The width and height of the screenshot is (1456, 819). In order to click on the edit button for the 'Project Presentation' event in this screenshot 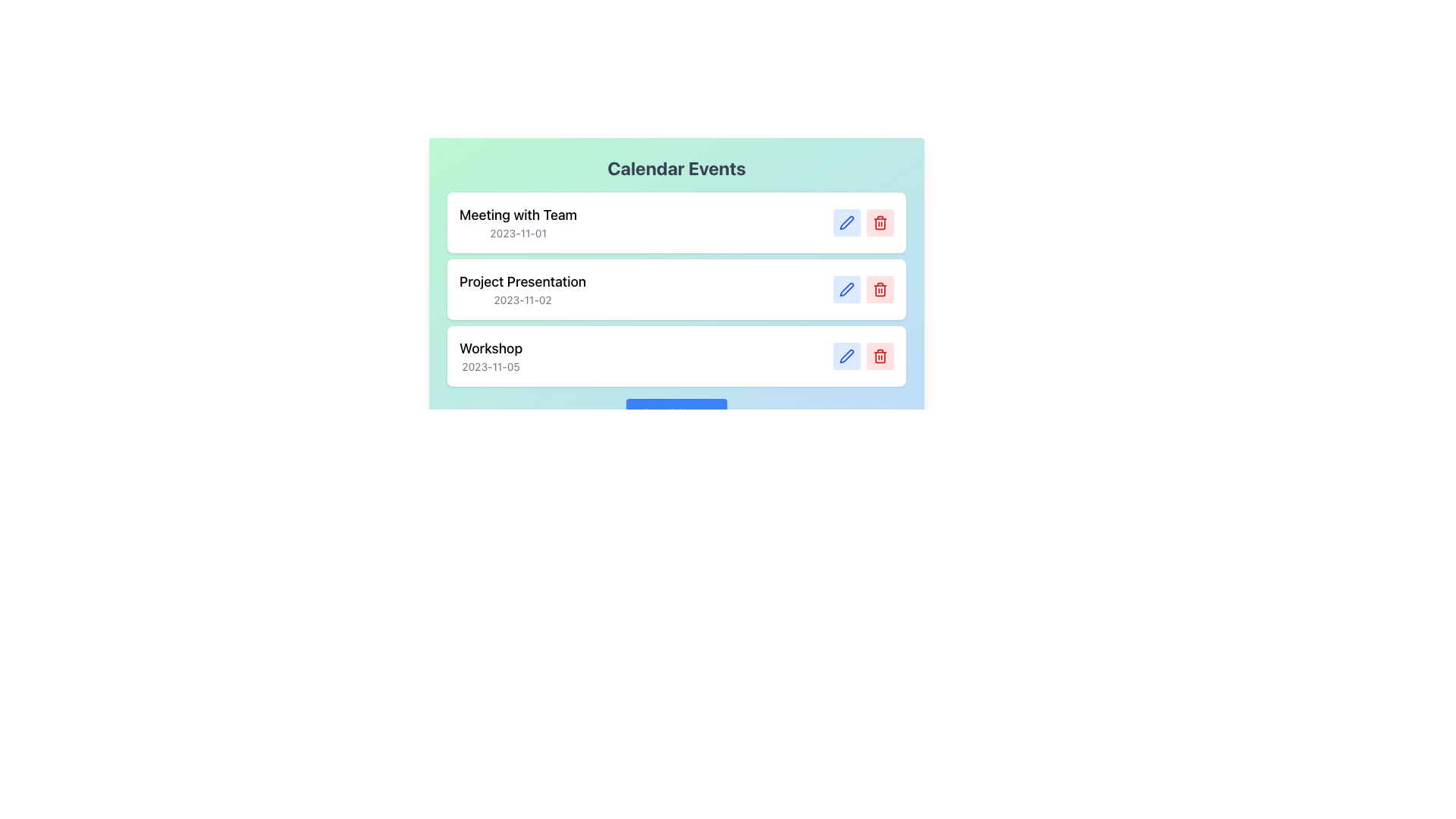, I will do `click(846, 289)`.